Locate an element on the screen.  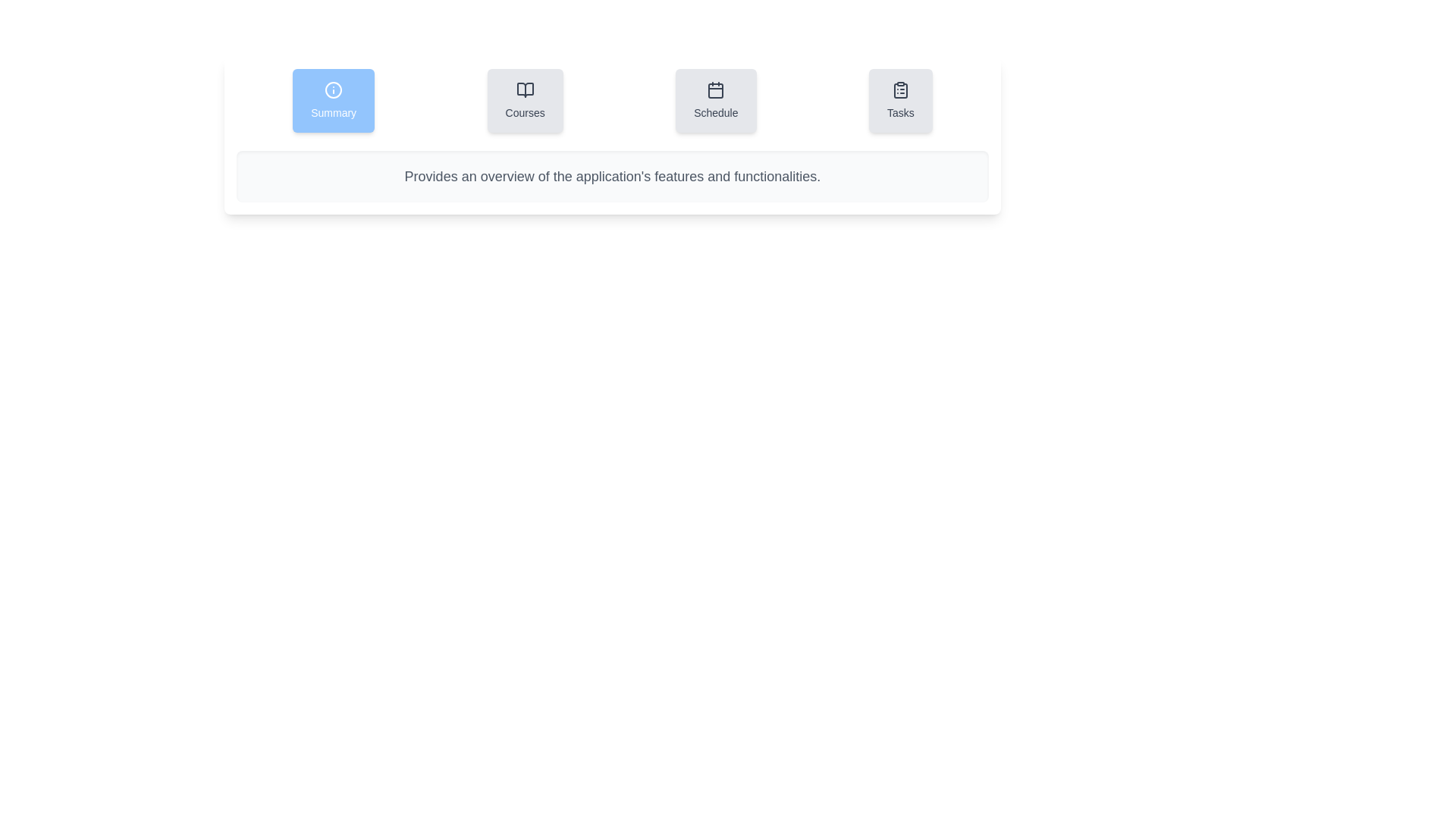
the tab labeled Schedule to observe its visual effects is located at coordinates (715, 100).